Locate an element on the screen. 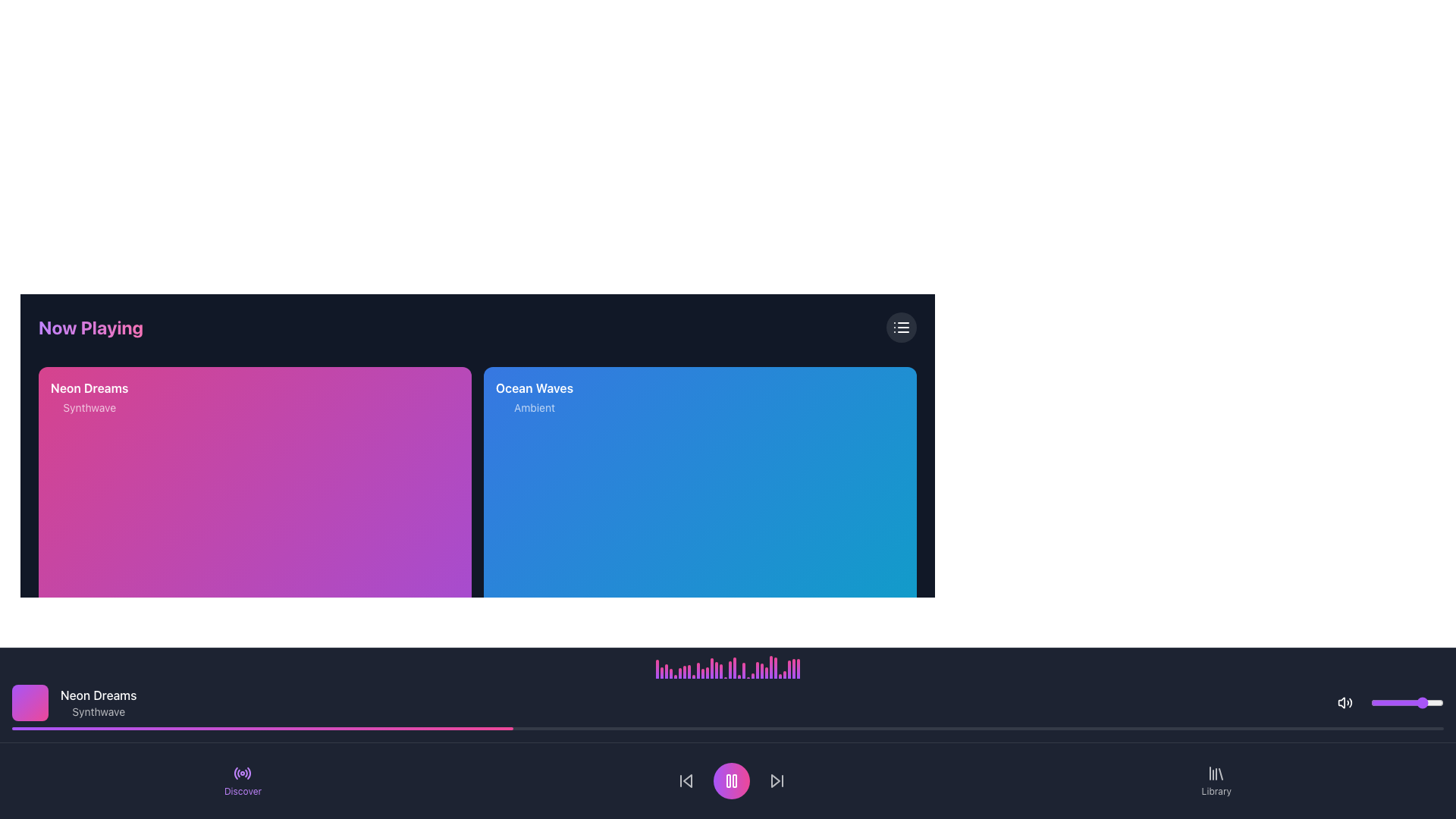  the 'Discover' button located in the bottom-left corner of the horizontal navigation bar is located at coordinates (243, 780).